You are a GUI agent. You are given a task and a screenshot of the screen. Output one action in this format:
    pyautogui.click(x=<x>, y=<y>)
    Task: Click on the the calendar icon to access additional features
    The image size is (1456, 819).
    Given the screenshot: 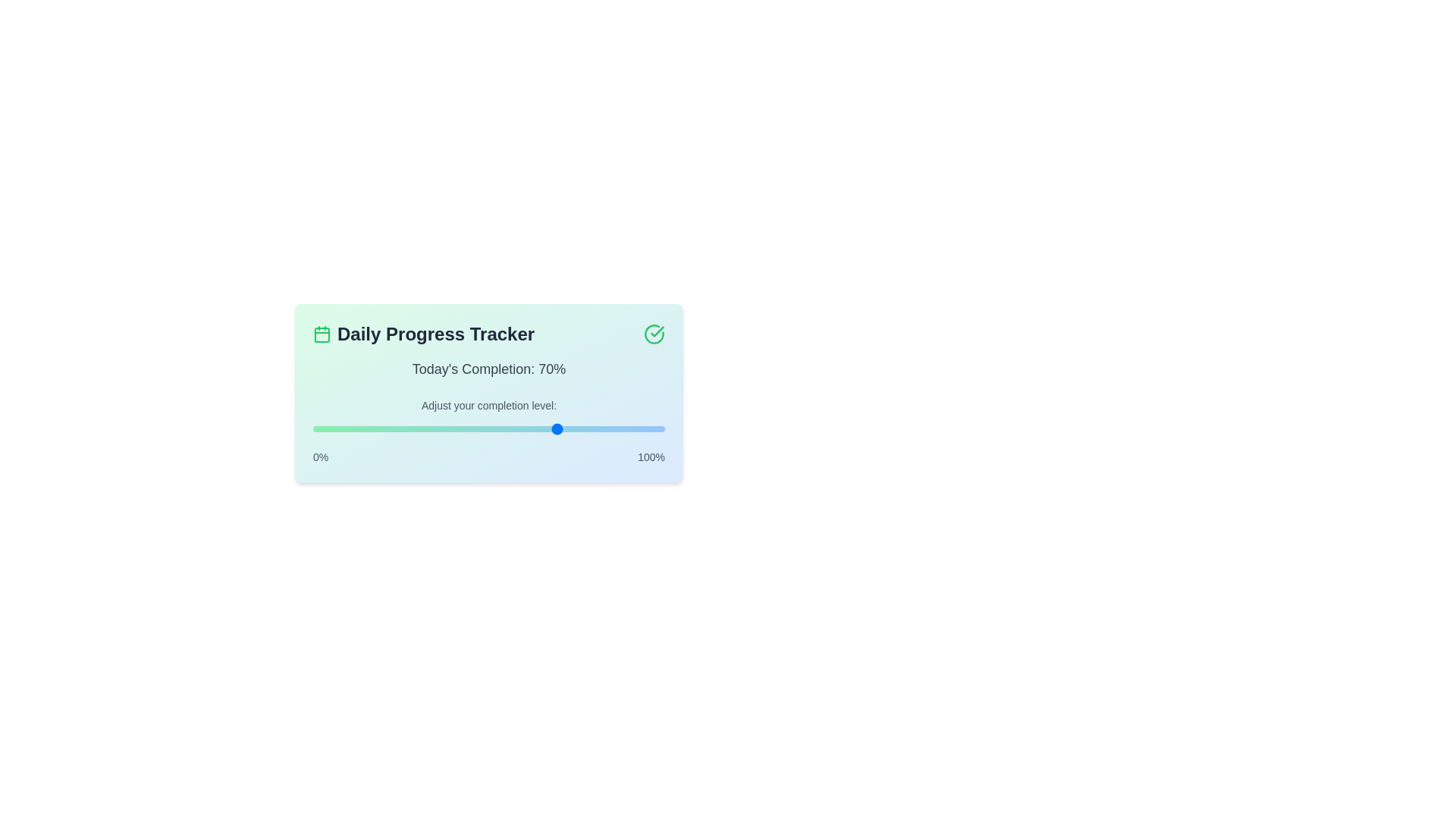 What is the action you would take?
    pyautogui.click(x=322, y=333)
    